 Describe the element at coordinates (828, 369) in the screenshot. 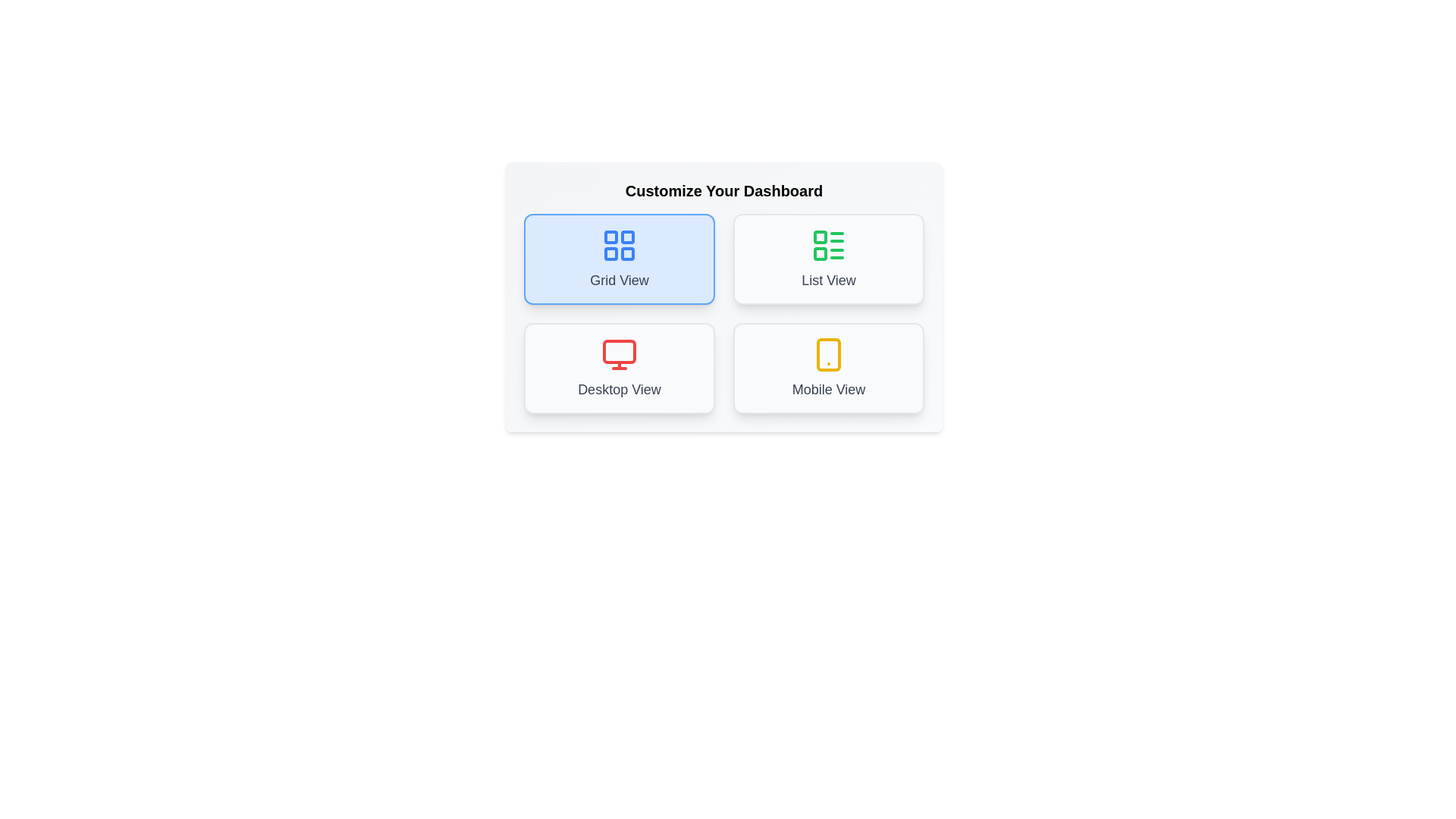

I see `the button corresponding to the layout Mobile View` at that location.